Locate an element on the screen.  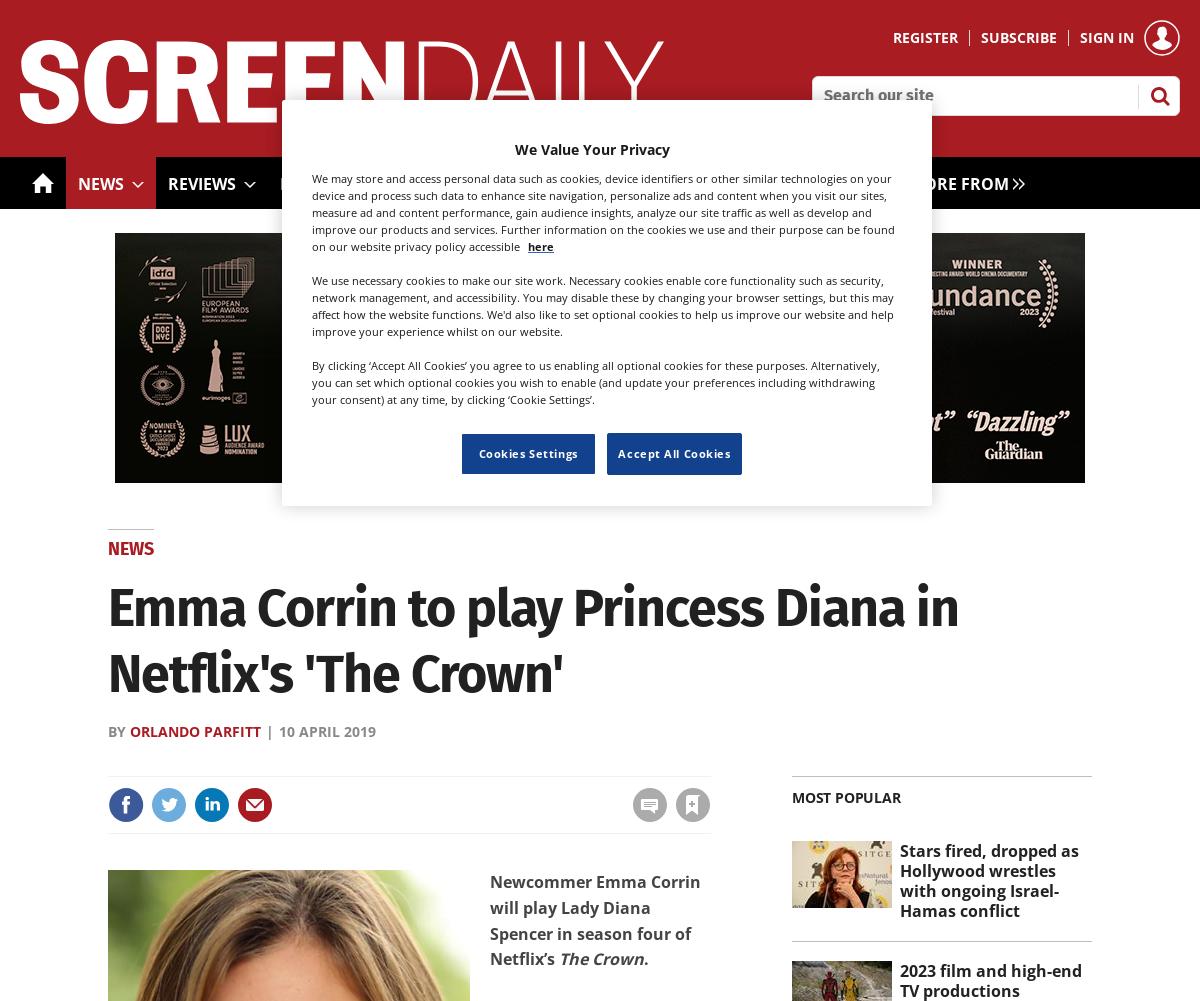
'Features' is located at coordinates (319, 183).